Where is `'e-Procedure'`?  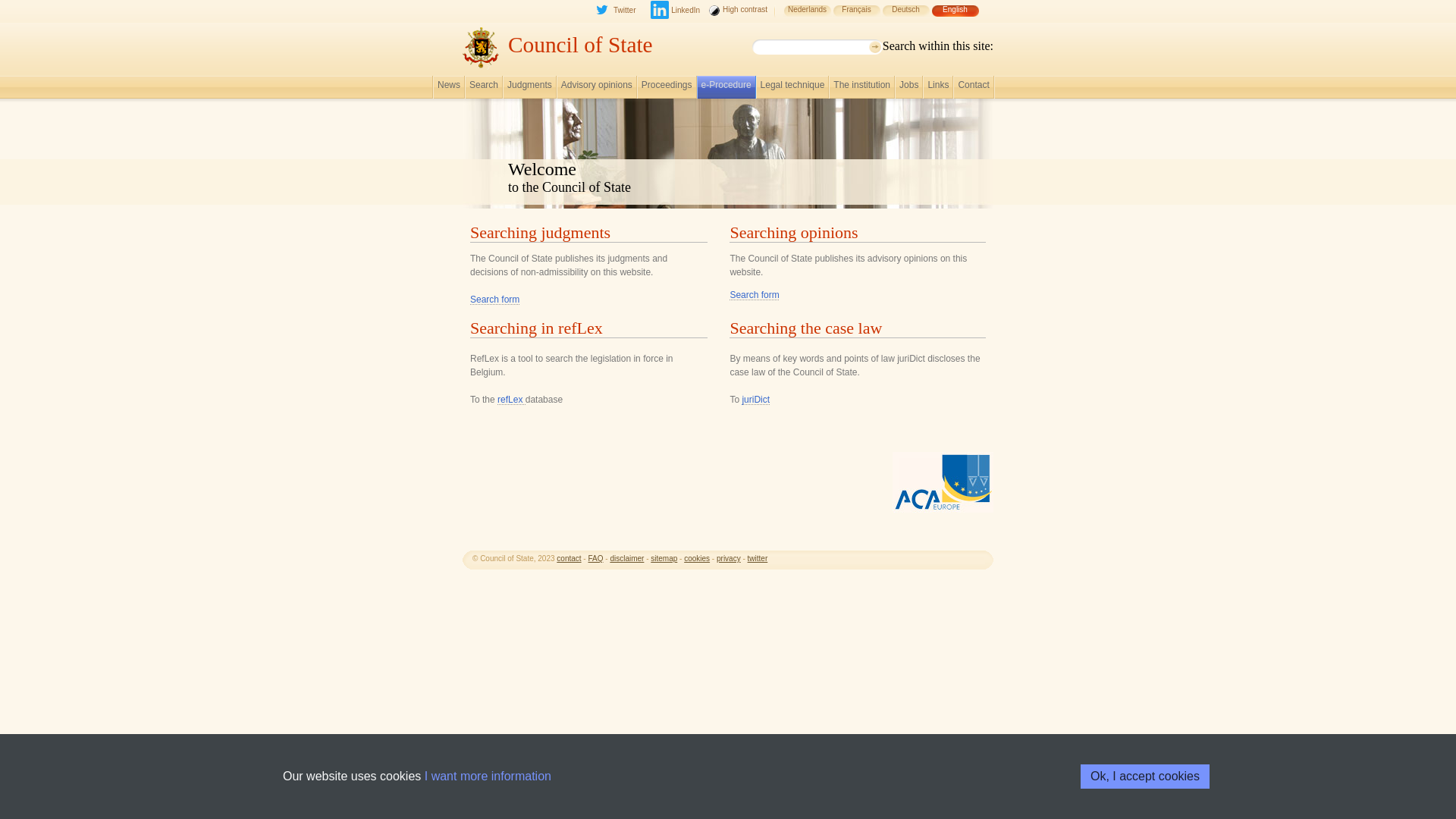
'e-Procedure' is located at coordinates (701, 89).